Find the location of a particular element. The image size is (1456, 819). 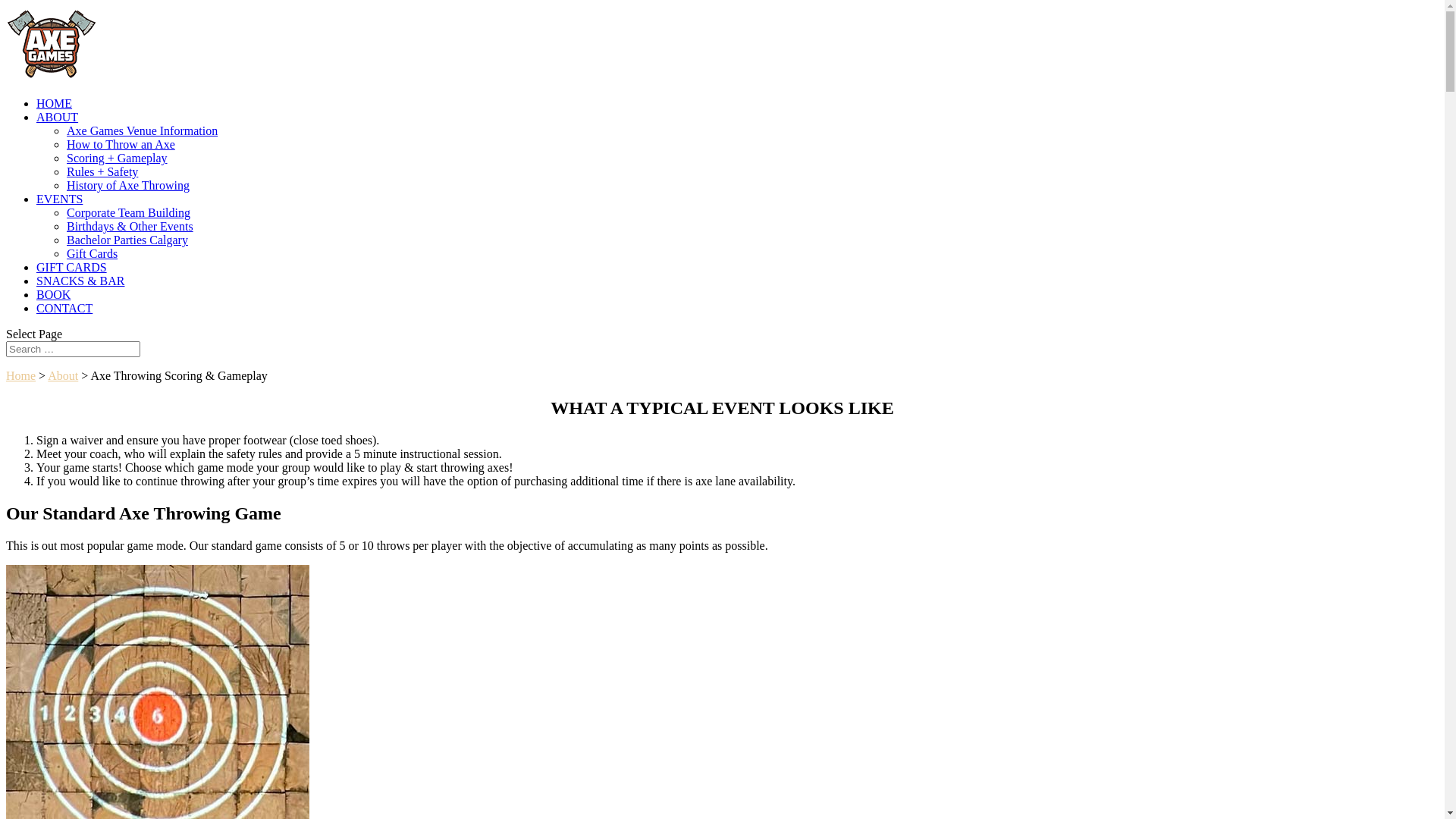

'How to Throw an Axe' is located at coordinates (120, 144).